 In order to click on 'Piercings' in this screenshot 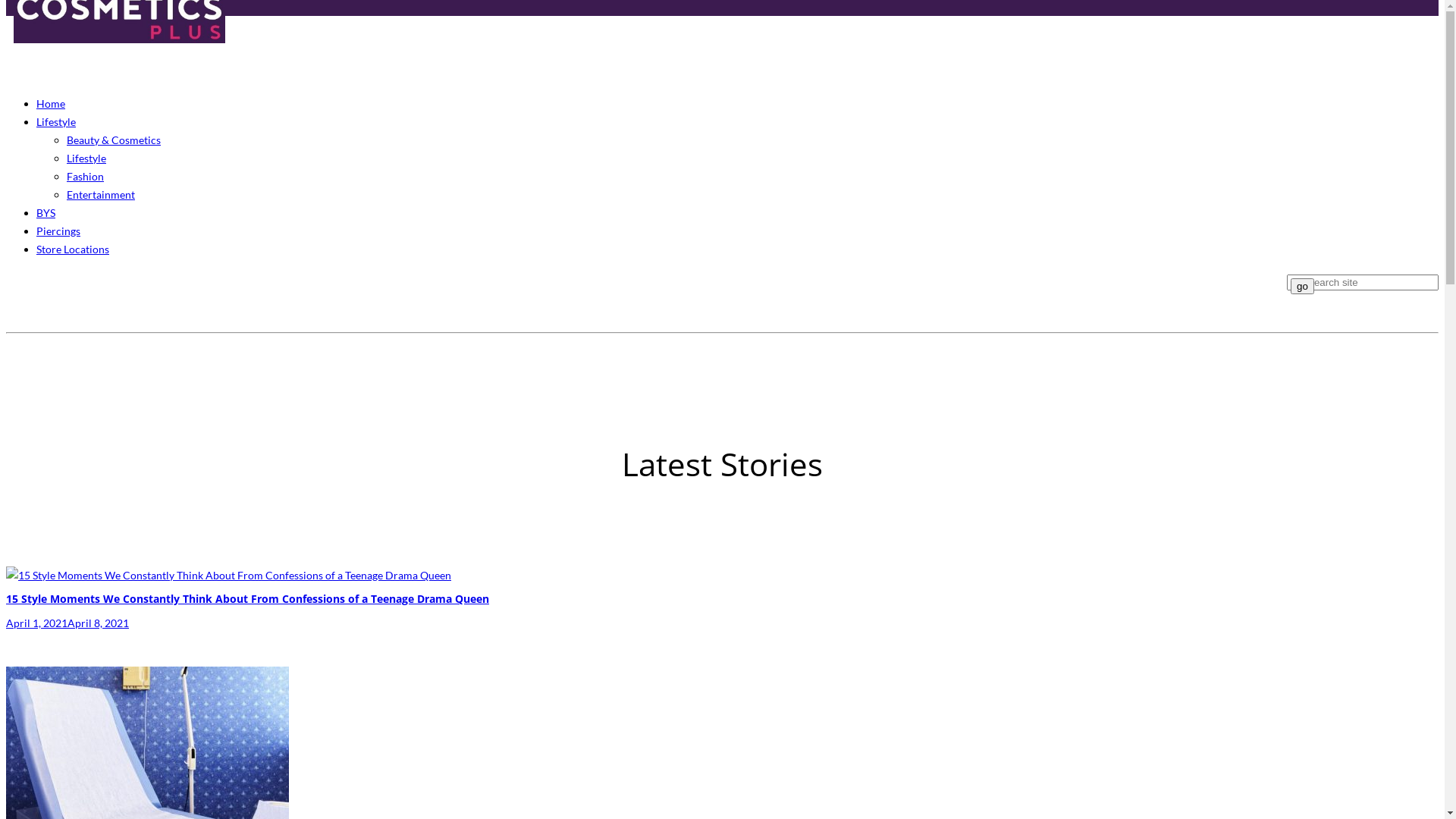, I will do `click(36, 231)`.